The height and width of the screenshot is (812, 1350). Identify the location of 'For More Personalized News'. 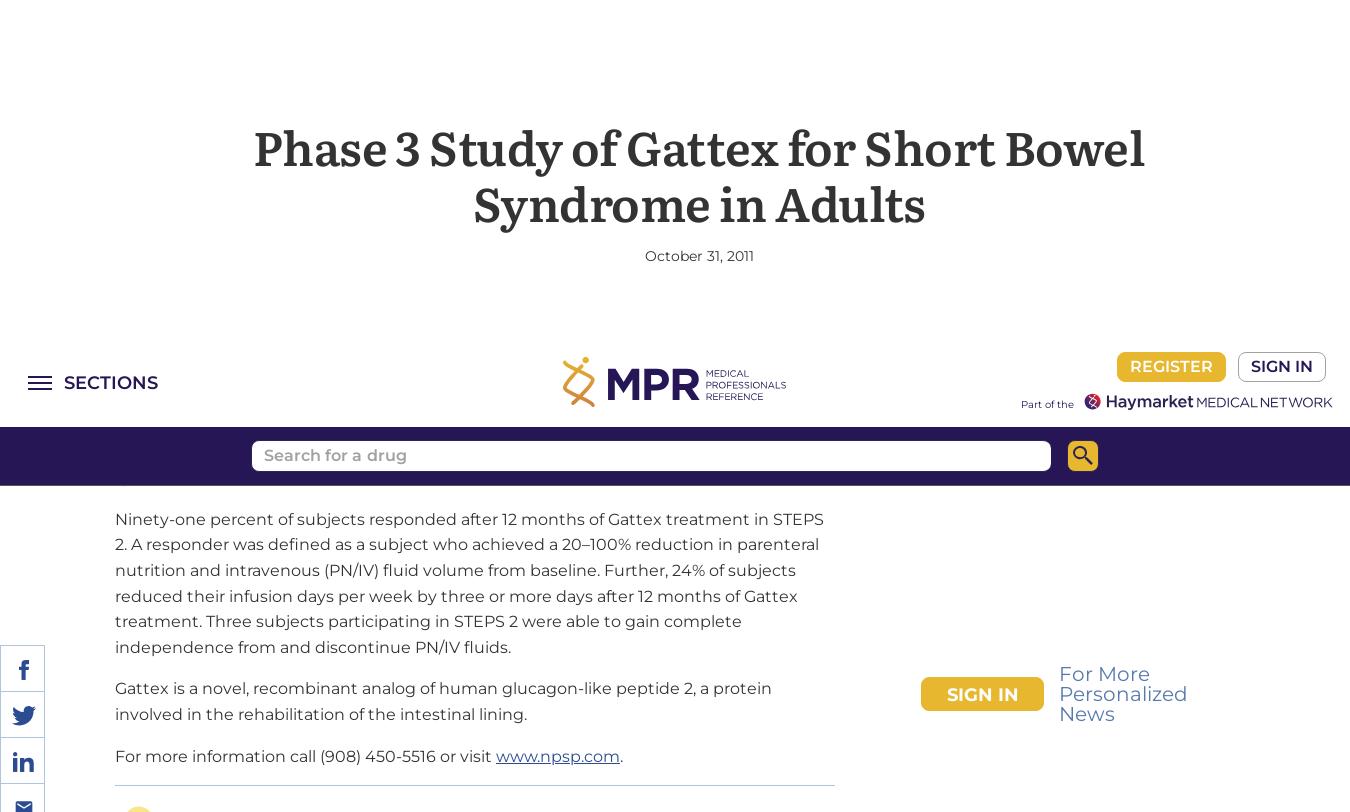
(1123, 420).